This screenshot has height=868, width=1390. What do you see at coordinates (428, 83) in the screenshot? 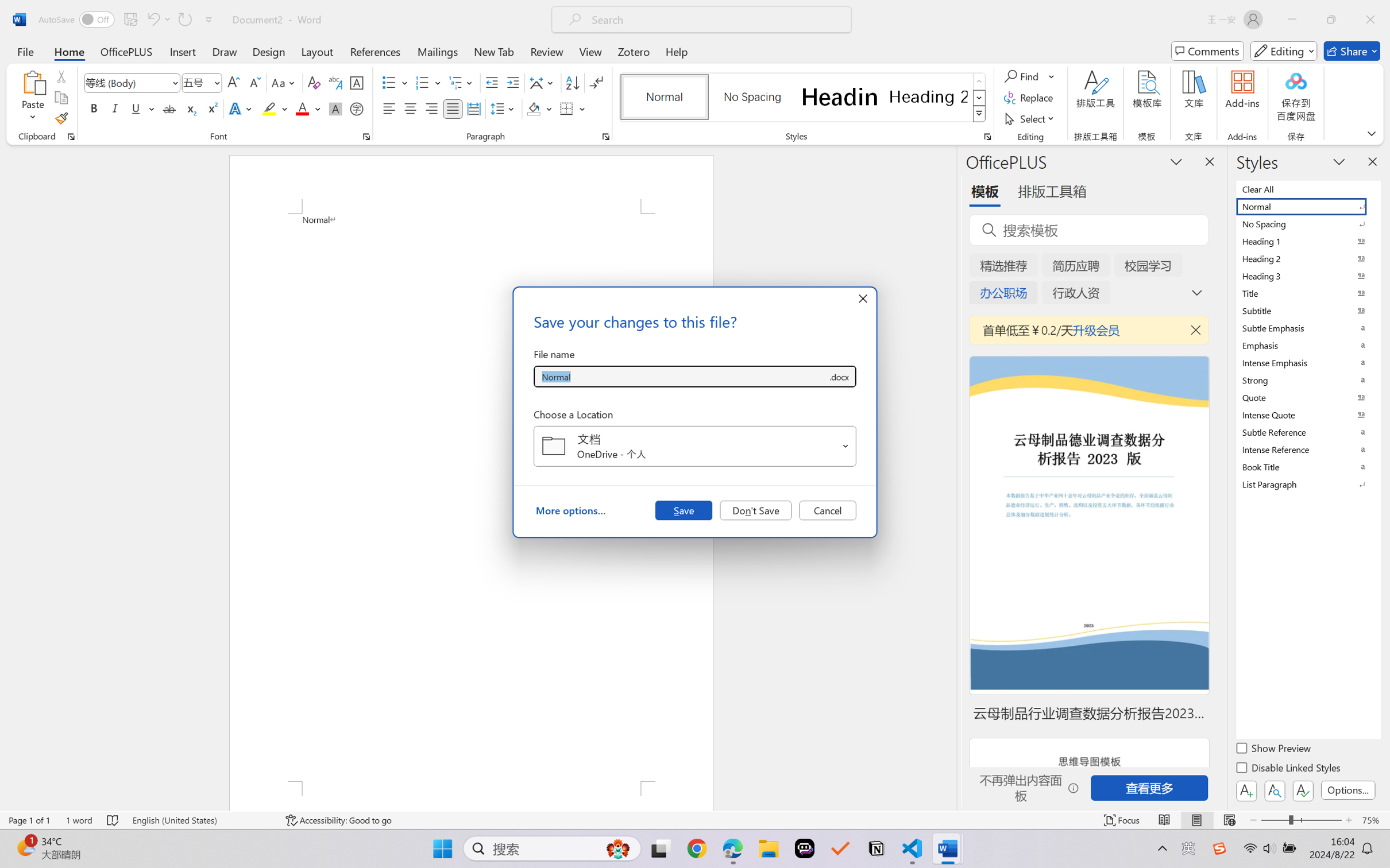
I see `'Numbering'` at bounding box center [428, 83].